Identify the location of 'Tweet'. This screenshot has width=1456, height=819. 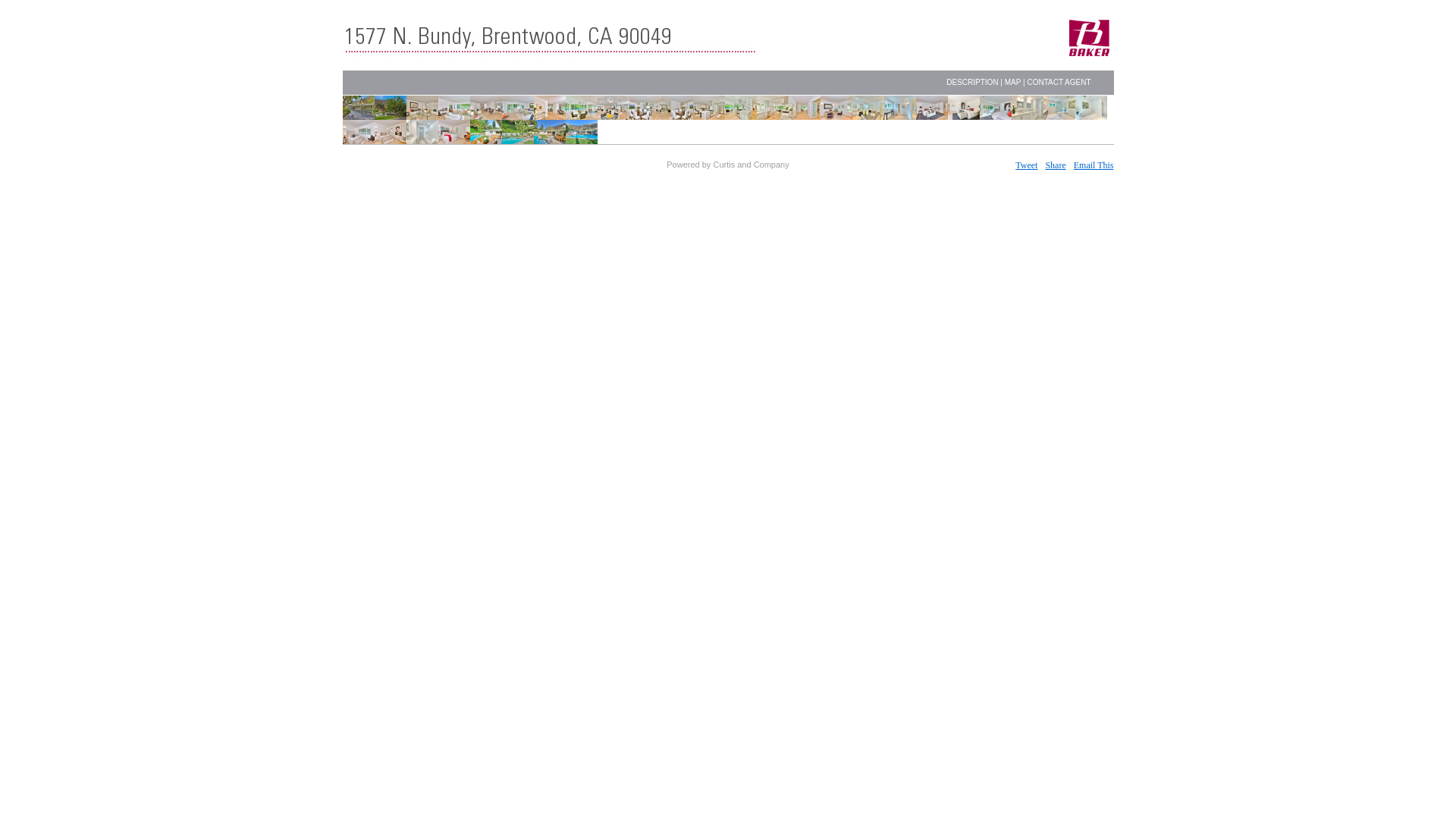
(1026, 165).